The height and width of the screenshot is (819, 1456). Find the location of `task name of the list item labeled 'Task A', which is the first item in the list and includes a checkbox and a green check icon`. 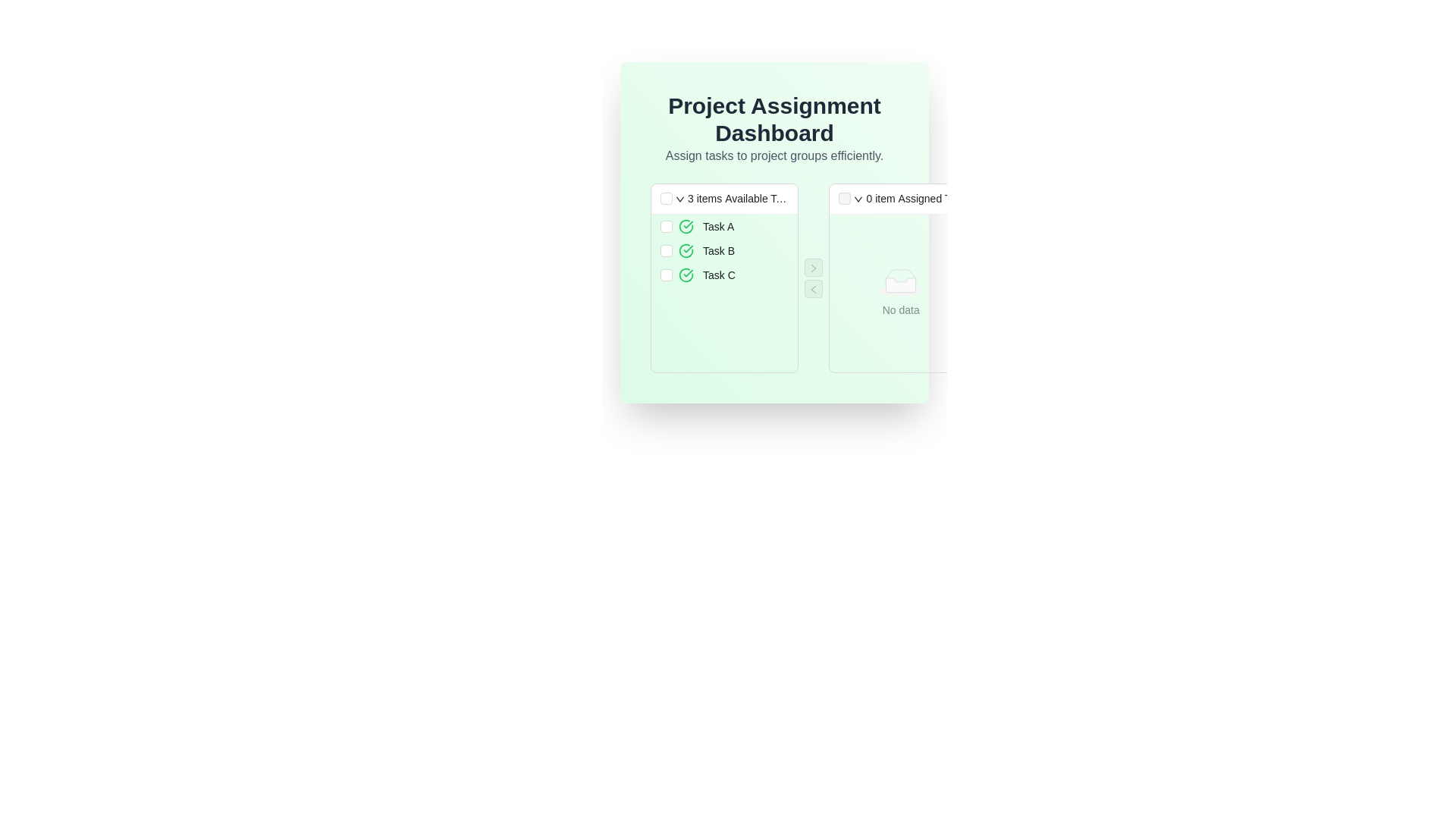

task name of the list item labeled 'Task A', which is the first item in the list and includes a checkbox and a green check icon is located at coordinates (723, 227).